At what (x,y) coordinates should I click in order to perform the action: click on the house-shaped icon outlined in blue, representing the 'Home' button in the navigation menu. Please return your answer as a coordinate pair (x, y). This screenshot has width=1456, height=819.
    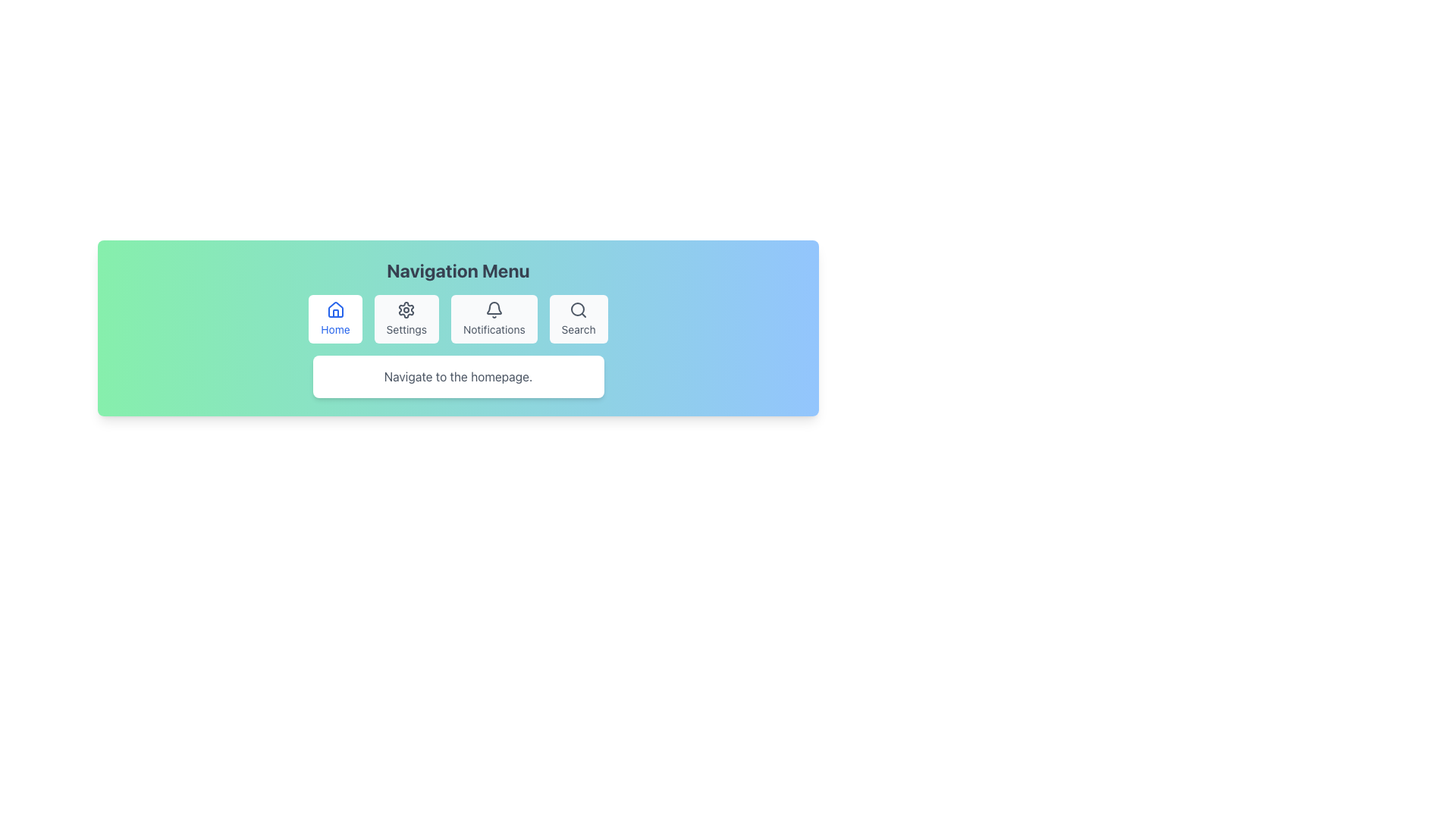
    Looking at the image, I should click on (334, 309).